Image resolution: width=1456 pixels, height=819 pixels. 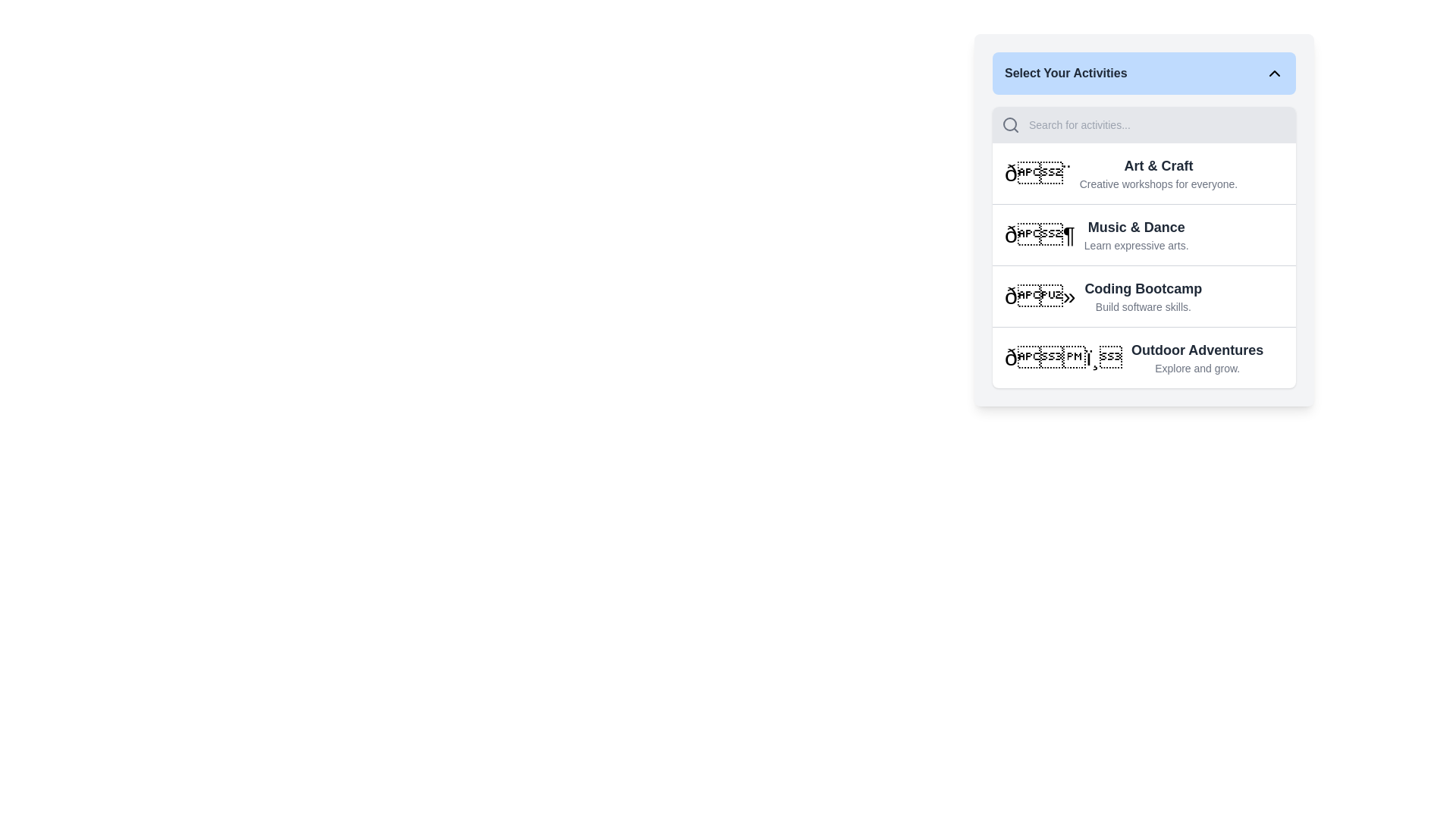 What do you see at coordinates (1197, 350) in the screenshot?
I see `text content of the 'Outdoor Adventures' label, which is a large, bold, dark gray text located at the bottom of the activity selection panel, representing the fourth option` at bounding box center [1197, 350].